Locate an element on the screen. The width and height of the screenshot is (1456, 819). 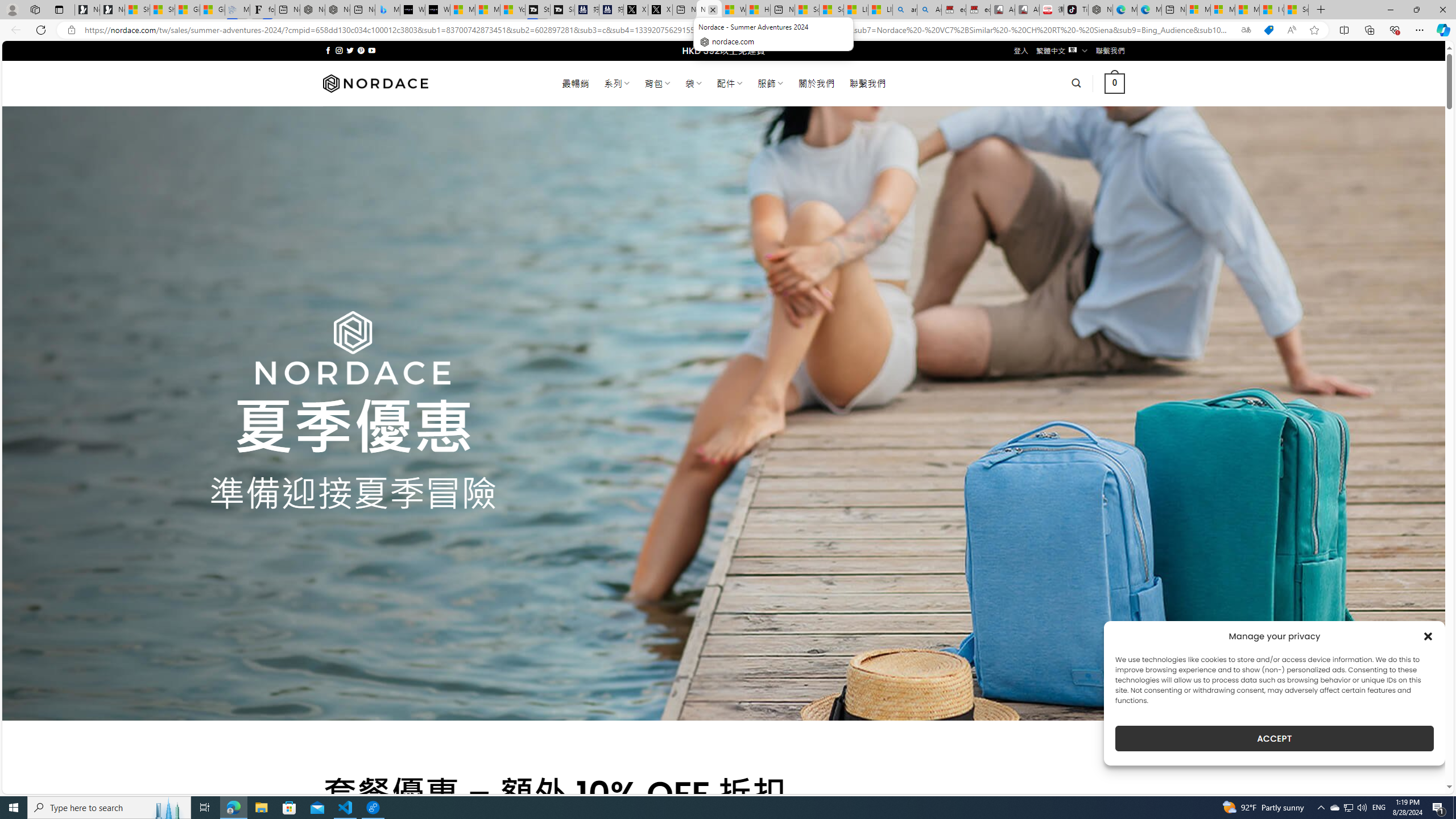
'All Cubot phones' is located at coordinates (1027, 9).